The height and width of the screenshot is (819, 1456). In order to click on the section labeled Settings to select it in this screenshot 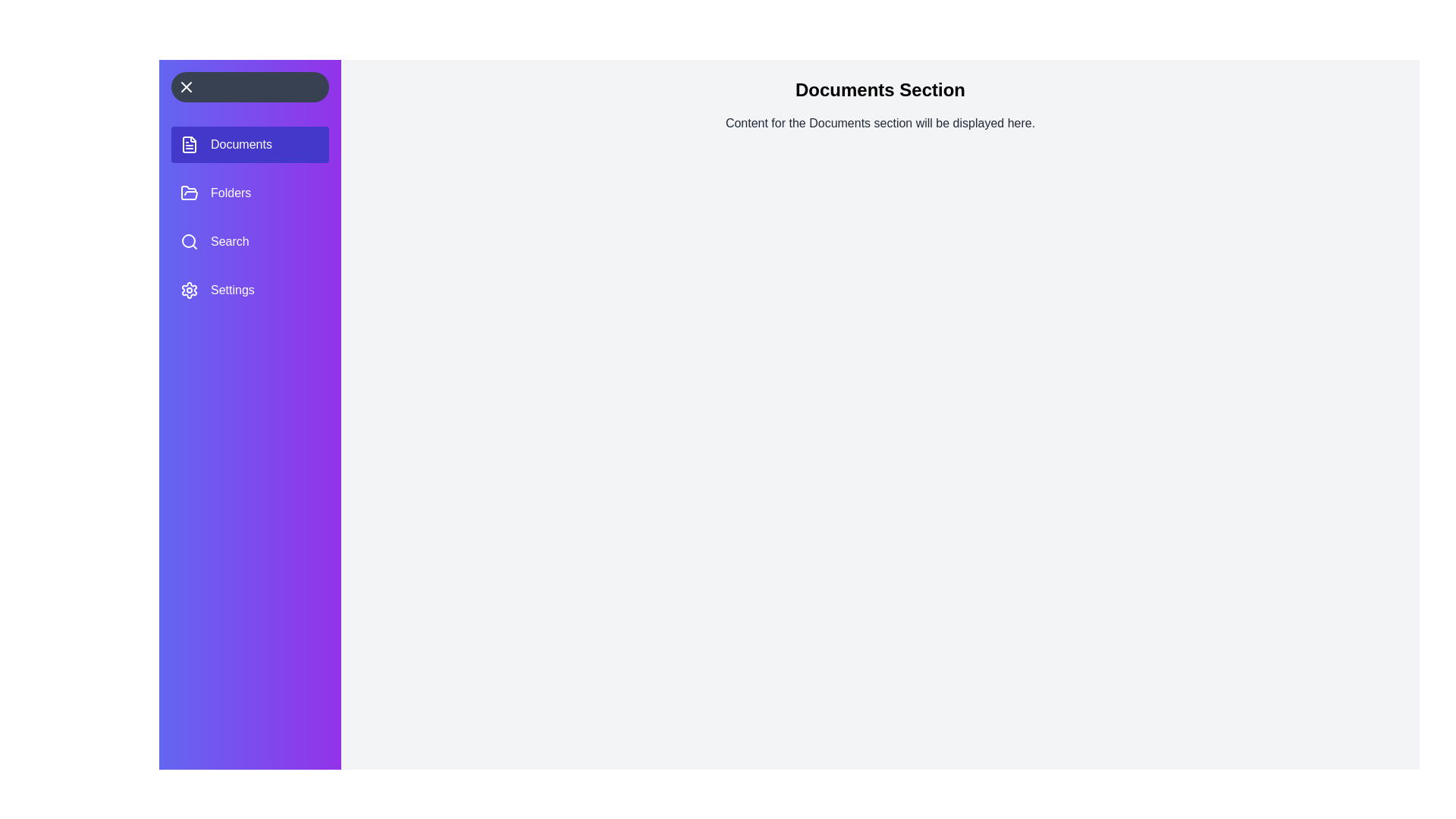, I will do `click(250, 290)`.